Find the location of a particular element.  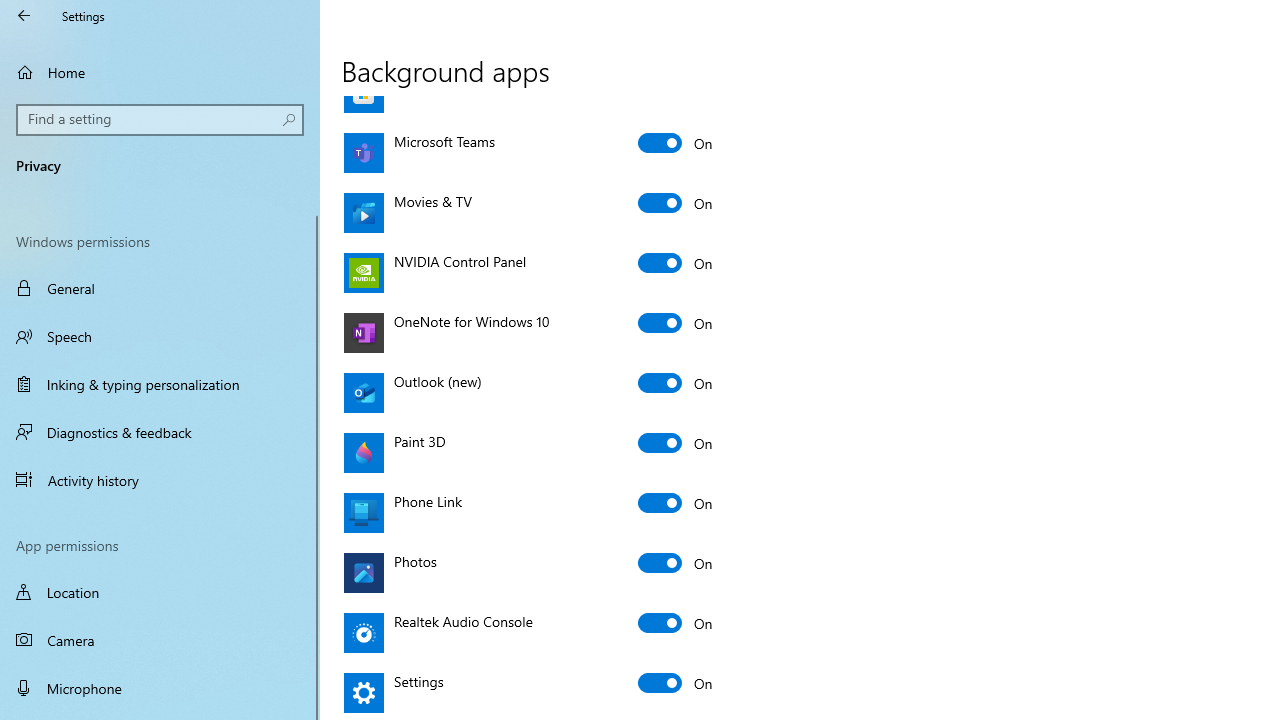

'General' is located at coordinates (160, 288).